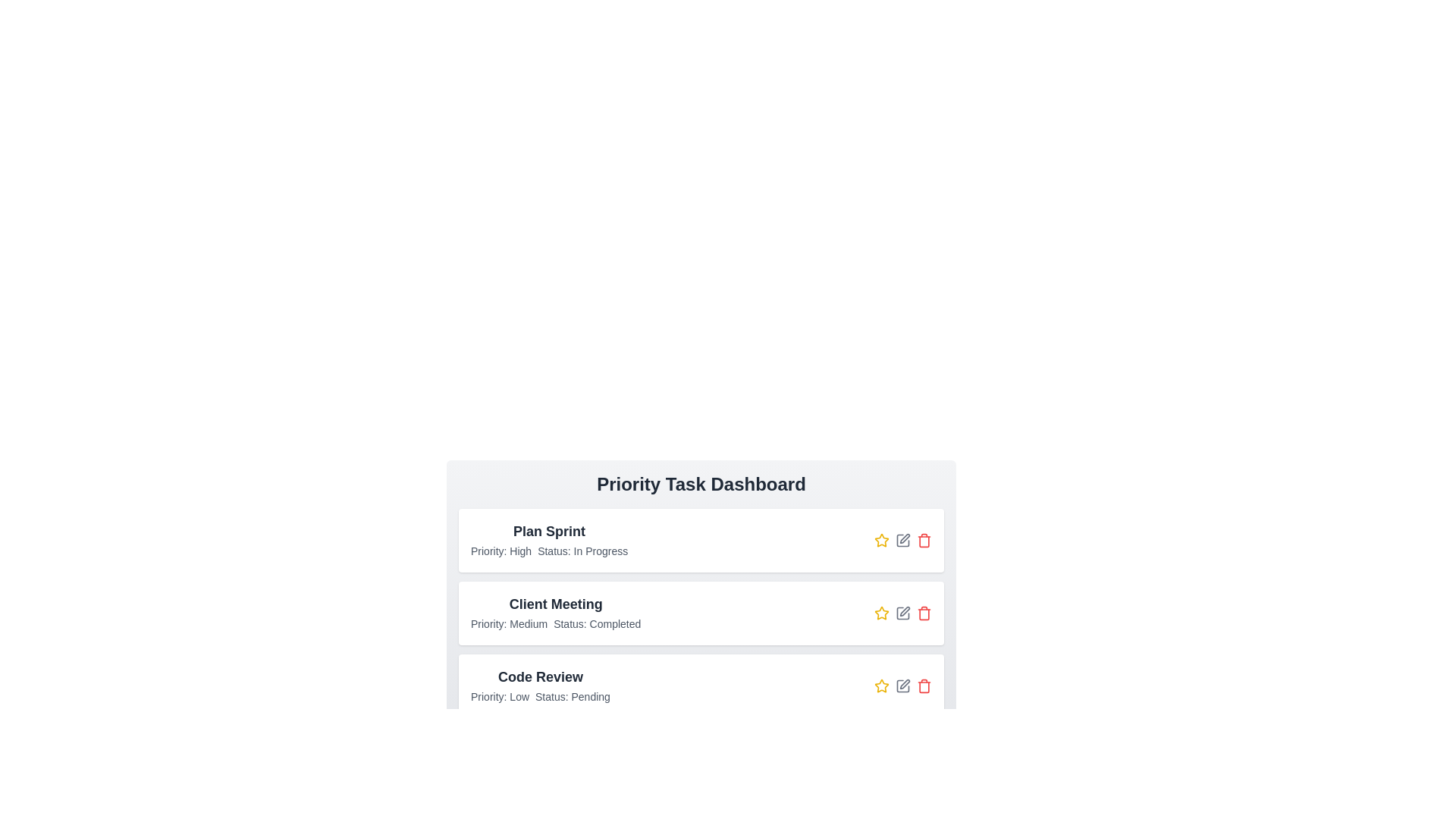 The image size is (1456, 819). Describe the element at coordinates (924, 540) in the screenshot. I see `the delete button for the task titled Plan Sprint` at that location.